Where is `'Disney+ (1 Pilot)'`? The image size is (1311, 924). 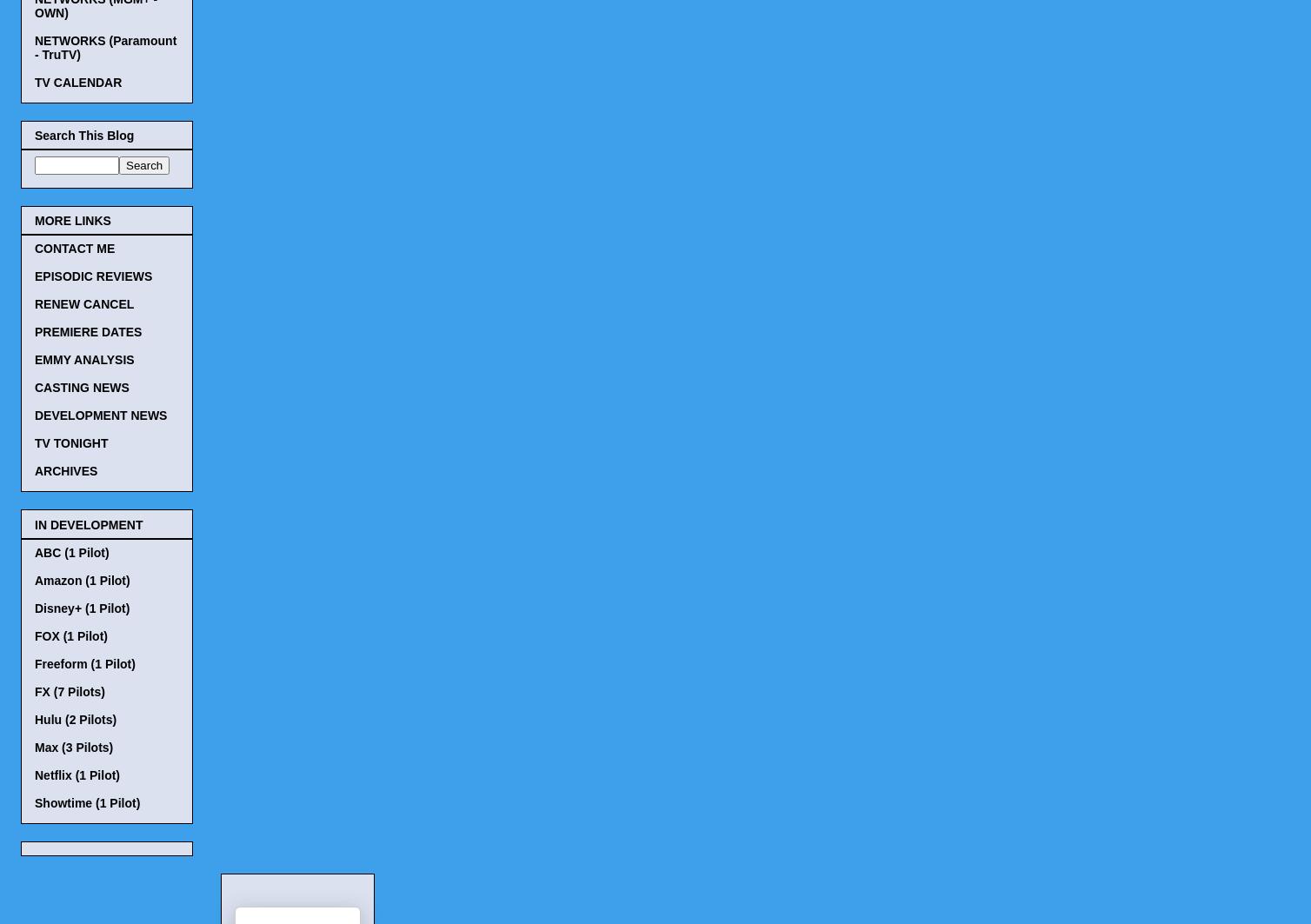 'Disney+ (1 Pilot)' is located at coordinates (82, 607).